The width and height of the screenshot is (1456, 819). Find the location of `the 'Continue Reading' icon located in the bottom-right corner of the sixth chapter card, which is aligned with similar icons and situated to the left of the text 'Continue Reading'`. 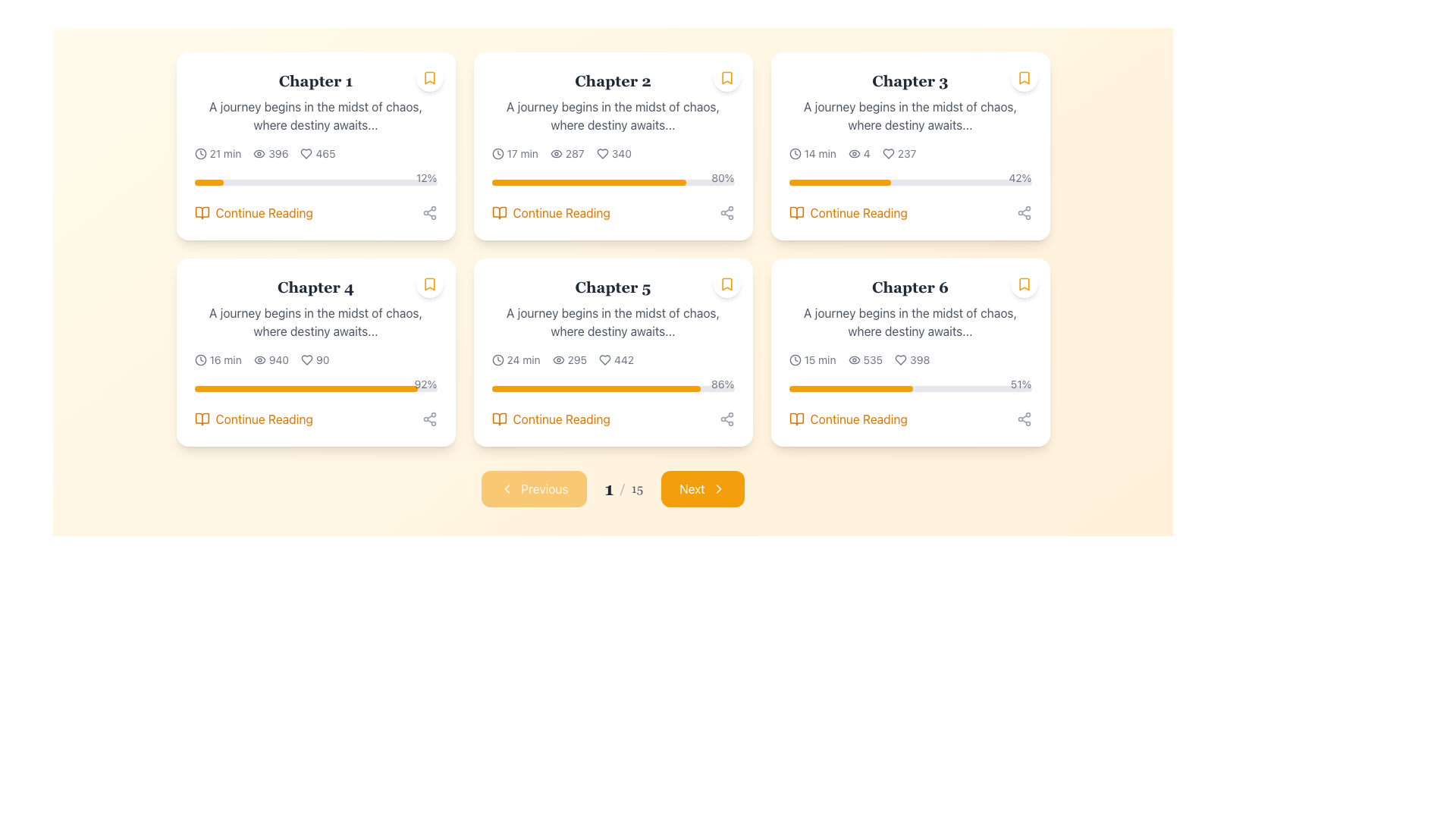

the 'Continue Reading' icon located in the bottom-right corner of the sixth chapter card, which is aligned with similar icons and situated to the left of the text 'Continue Reading' is located at coordinates (795, 419).